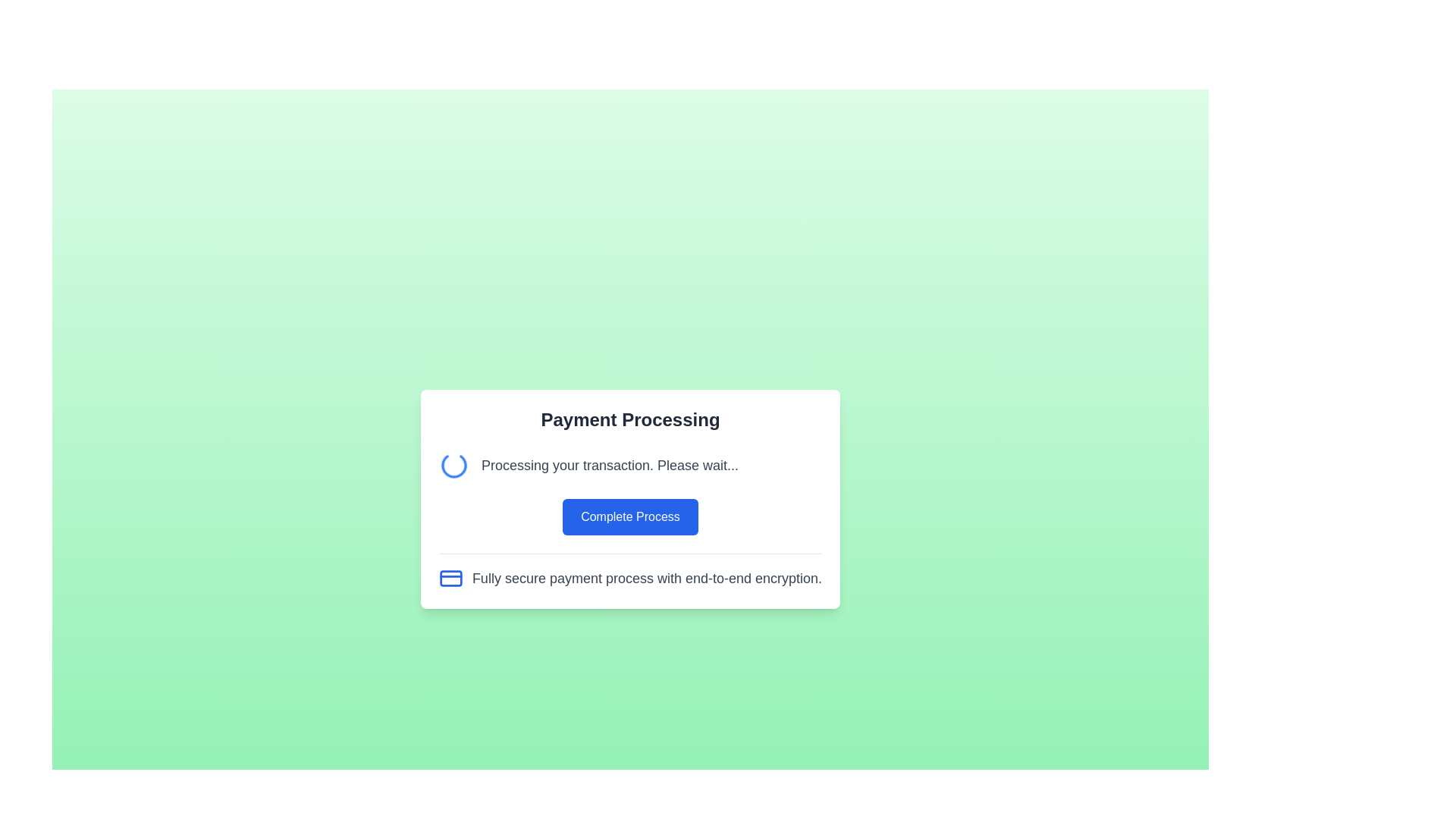 This screenshot has width=1456, height=819. What do you see at coordinates (453, 464) in the screenshot?
I see `the Loader Segment, which is a visual indicator for a process in progress, located in the top-left portion of a modal dialog box above the text 'Processing your transaction. Please wait...' and to the left of the 'Complete Process' button` at bounding box center [453, 464].